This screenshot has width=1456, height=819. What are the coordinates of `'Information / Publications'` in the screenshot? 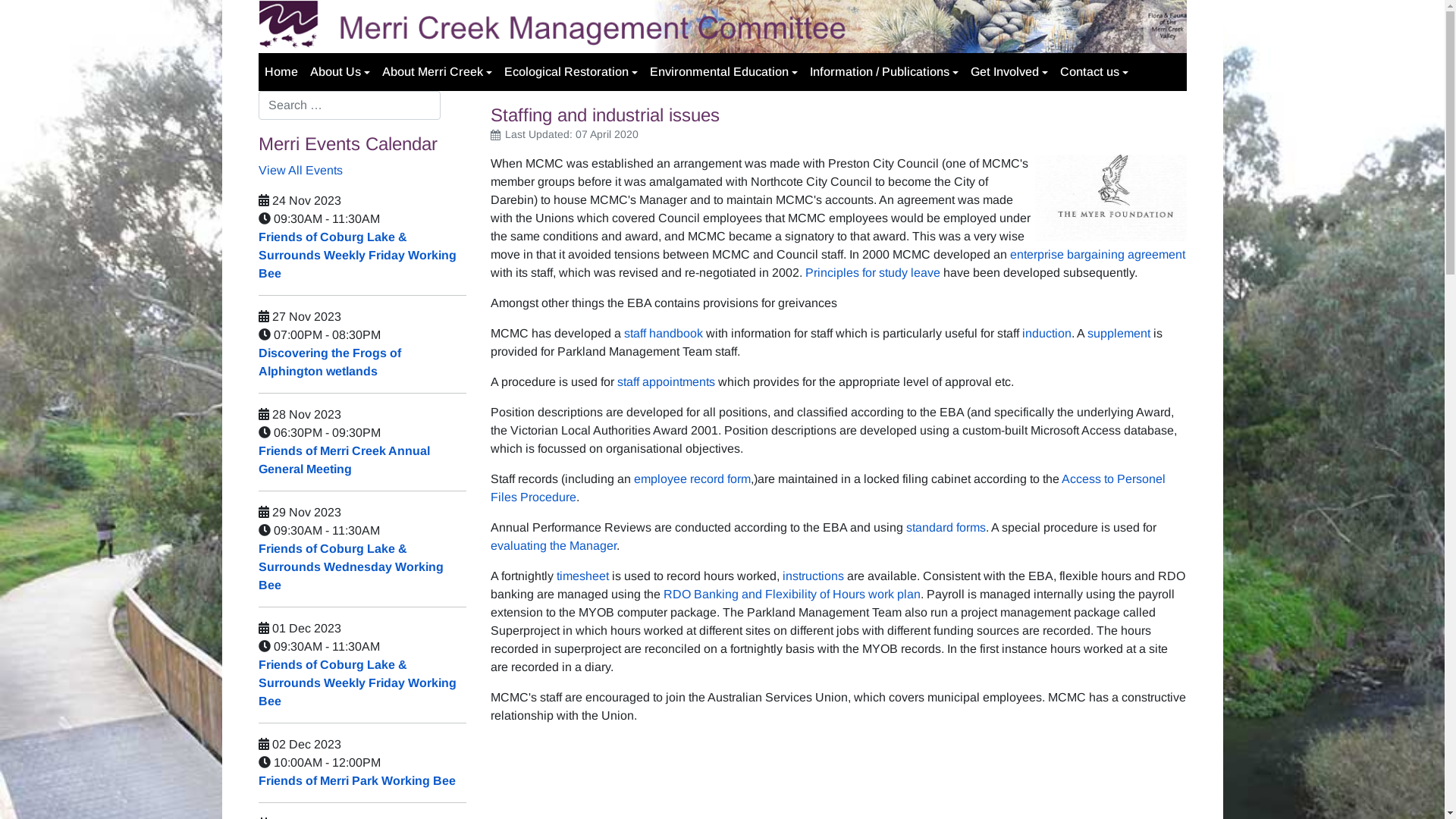 It's located at (884, 72).